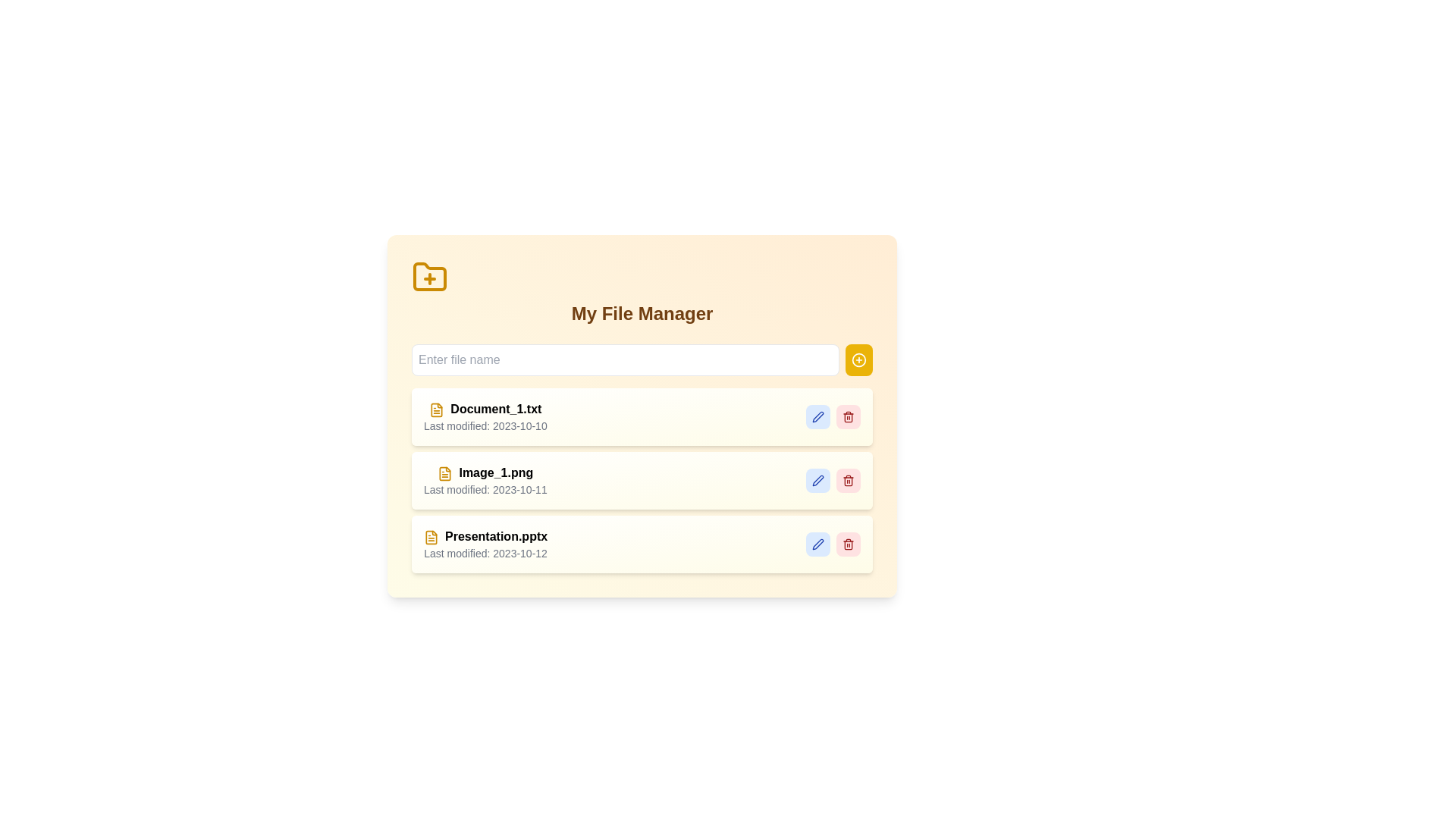  I want to click on the red trash bin icon button located to the far right of the row representing 'Presentation.pptx' to observe the visual feedback, so click(847, 543).